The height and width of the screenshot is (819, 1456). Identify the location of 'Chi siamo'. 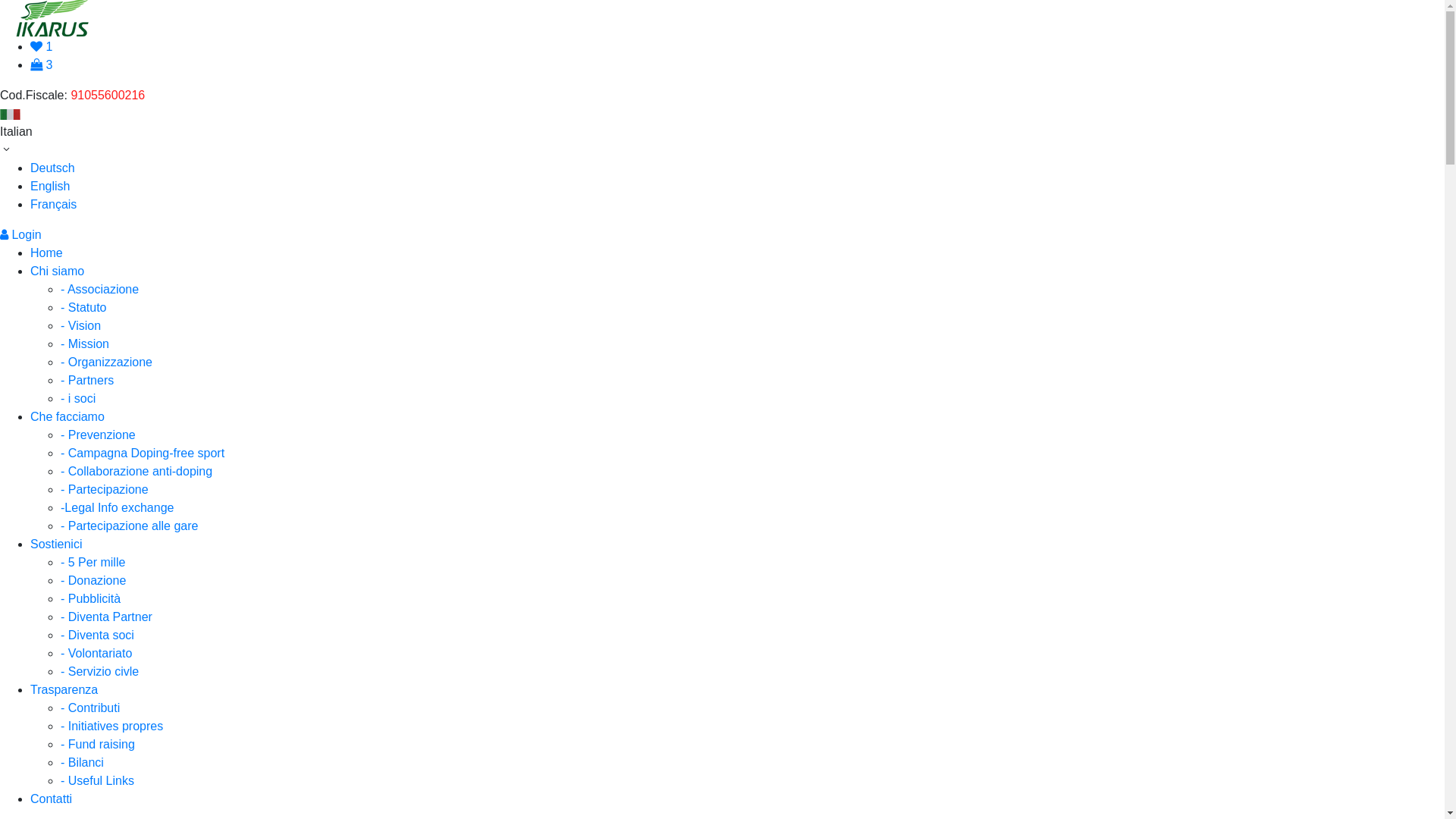
(57, 270).